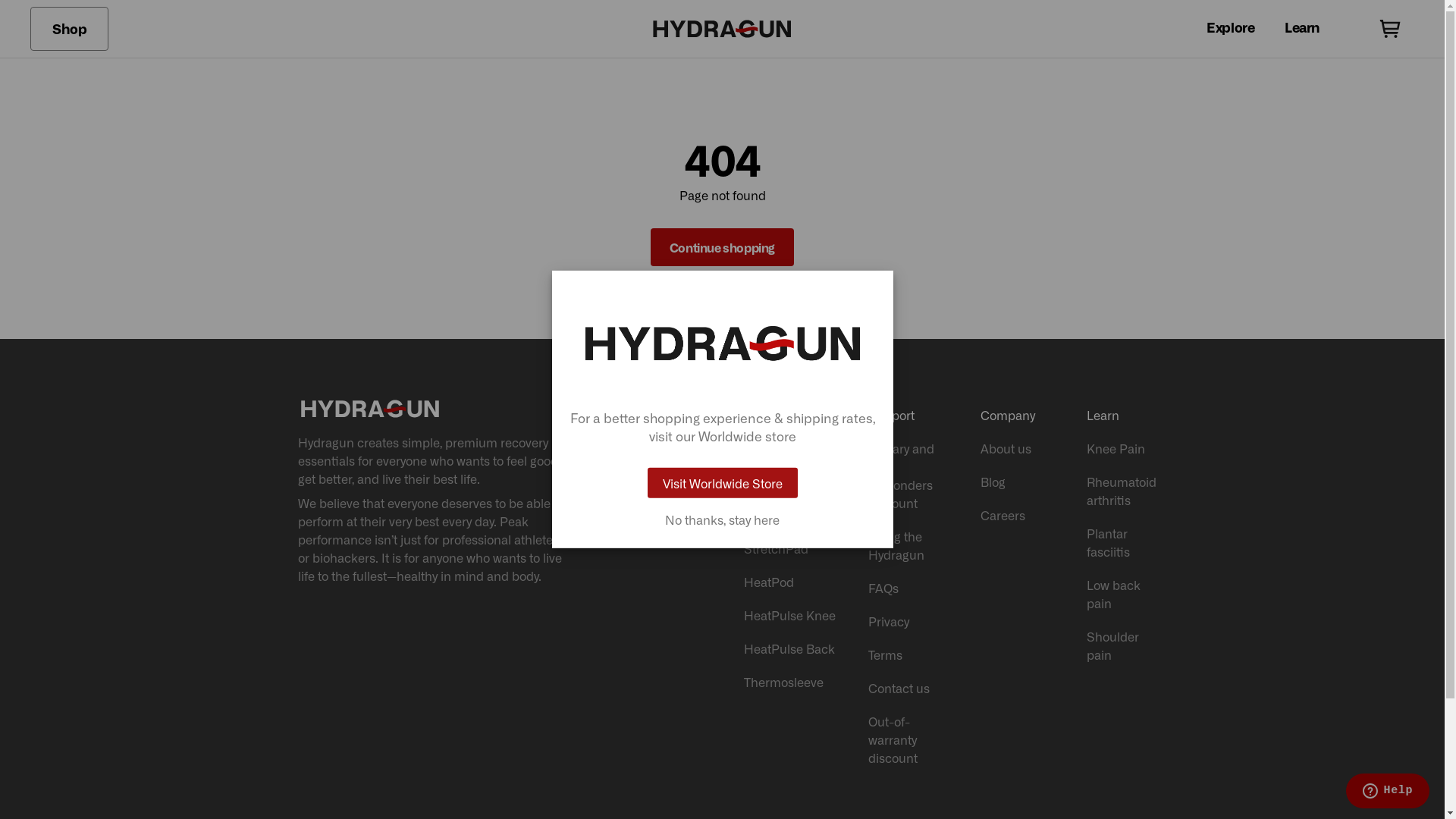  What do you see at coordinates (1124, 541) in the screenshot?
I see `'Plantar fasciitis'` at bounding box center [1124, 541].